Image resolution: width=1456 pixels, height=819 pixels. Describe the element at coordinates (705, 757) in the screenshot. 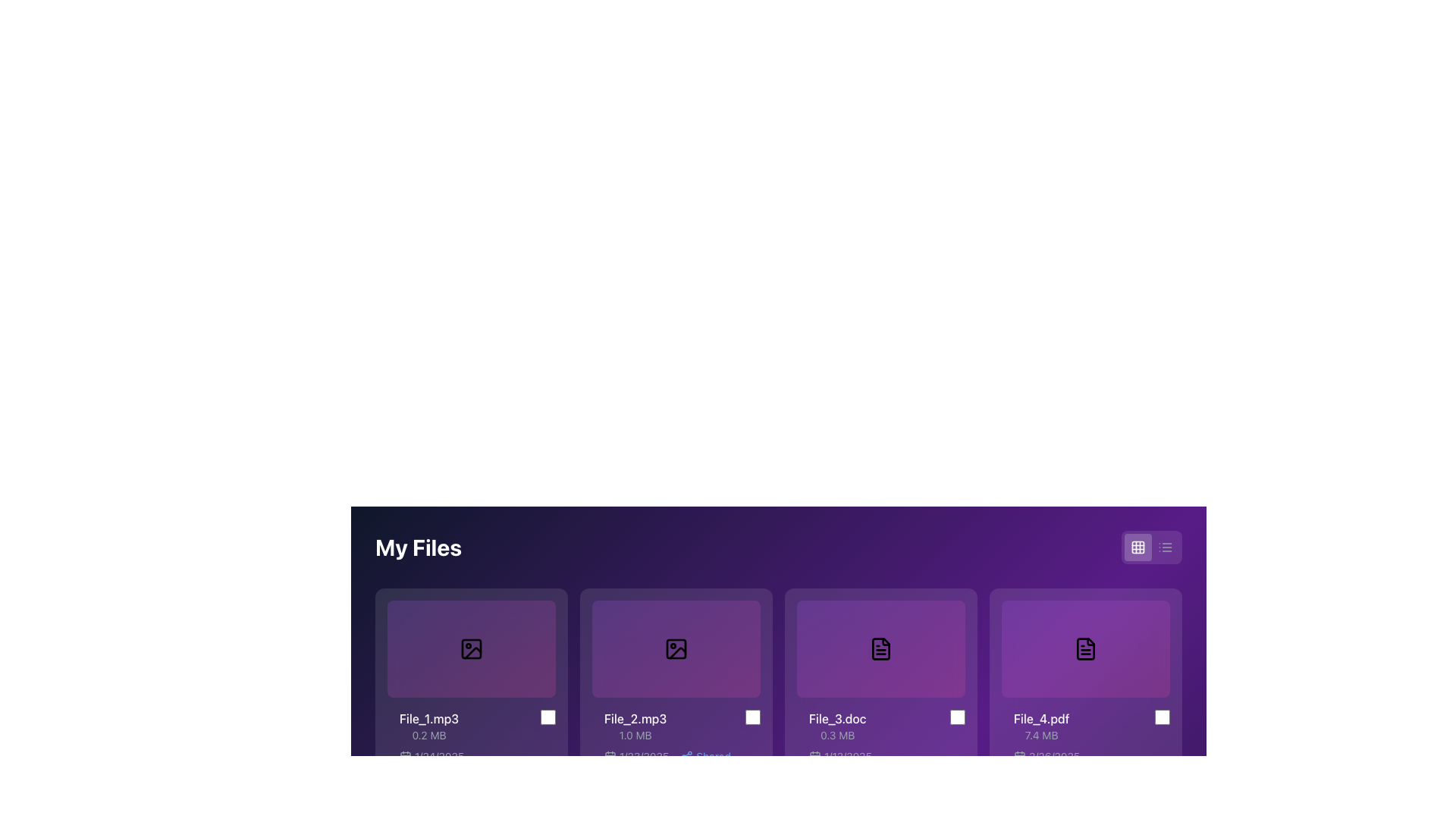

I see `the 'Shared' text label element, which is styled with a blue font and located in the file metadata section below the file thumbnail for the second file, adjacent to the '1/23/2025' date text` at that location.